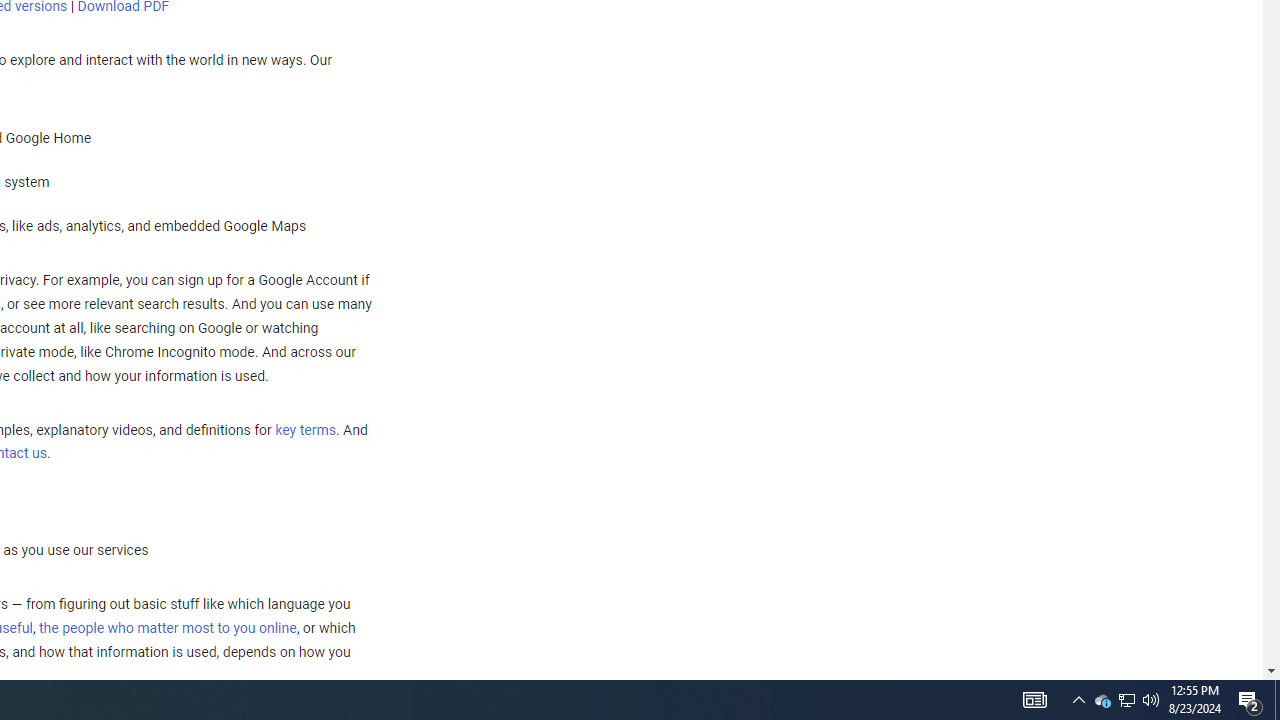  Describe the element at coordinates (167, 627) in the screenshot. I see `'the people who matter most to you online'` at that location.